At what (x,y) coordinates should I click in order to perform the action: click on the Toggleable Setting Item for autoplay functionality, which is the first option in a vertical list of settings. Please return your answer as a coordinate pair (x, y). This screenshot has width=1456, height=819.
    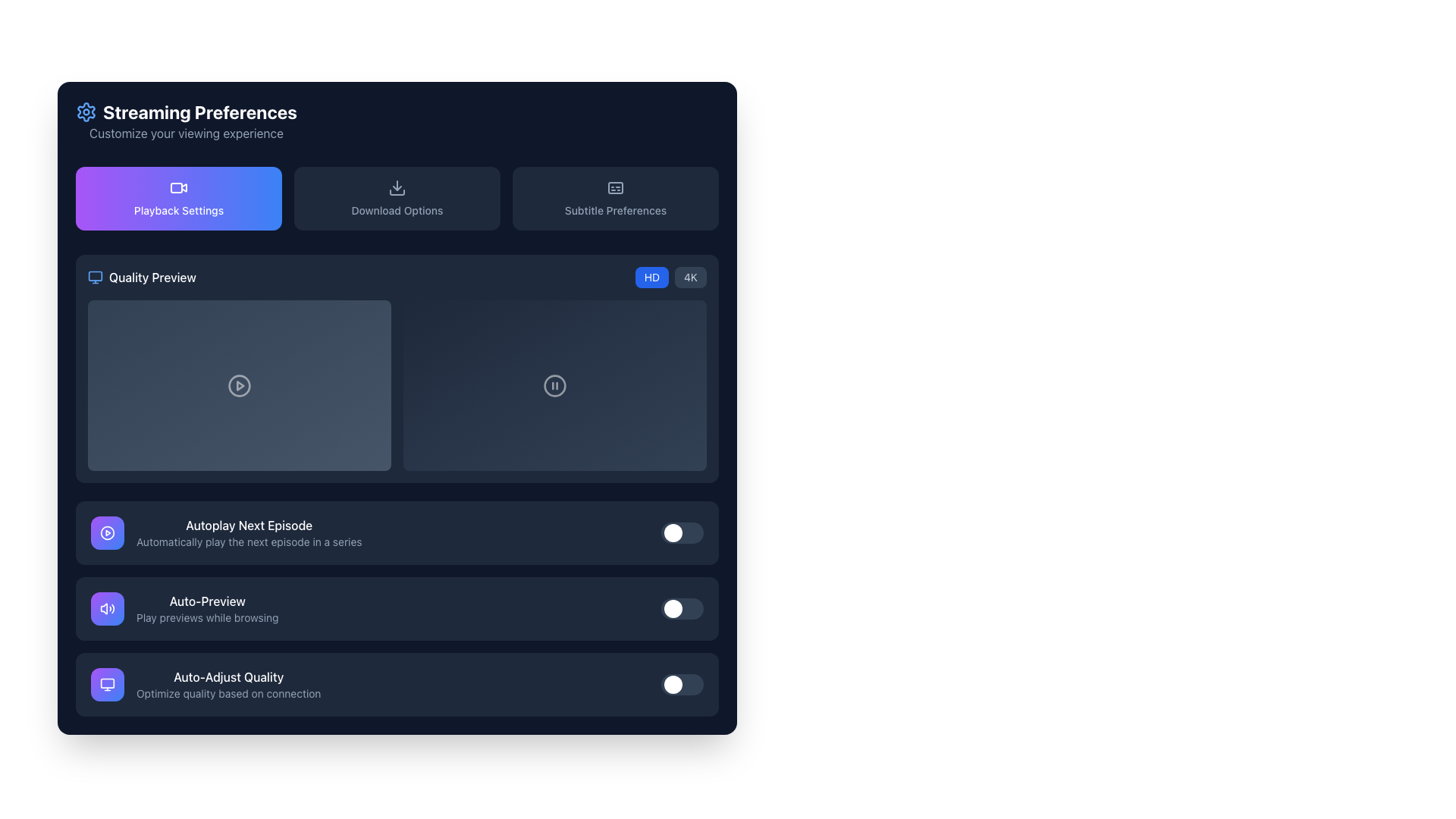
    Looking at the image, I should click on (397, 532).